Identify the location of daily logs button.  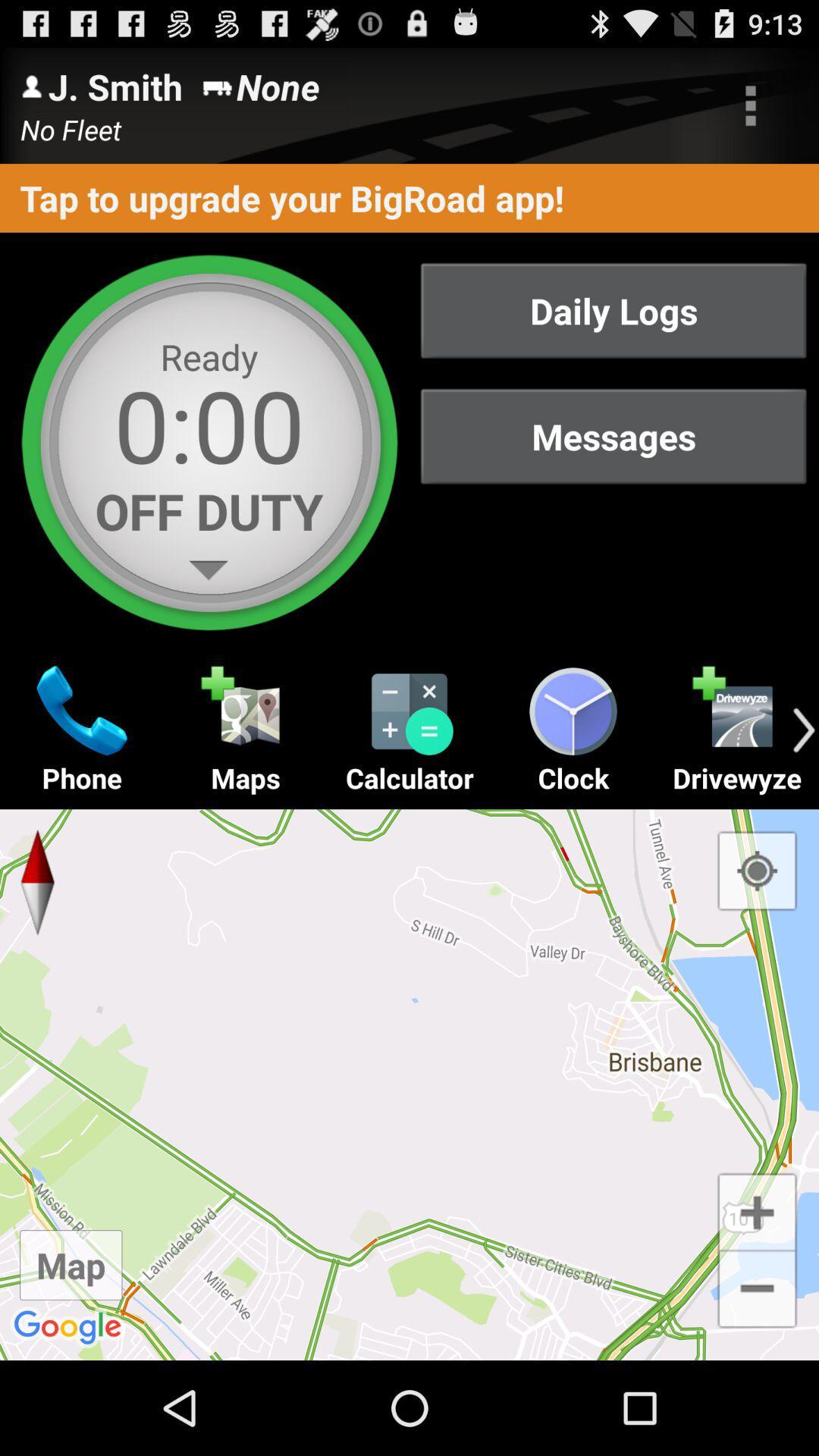
(613, 309).